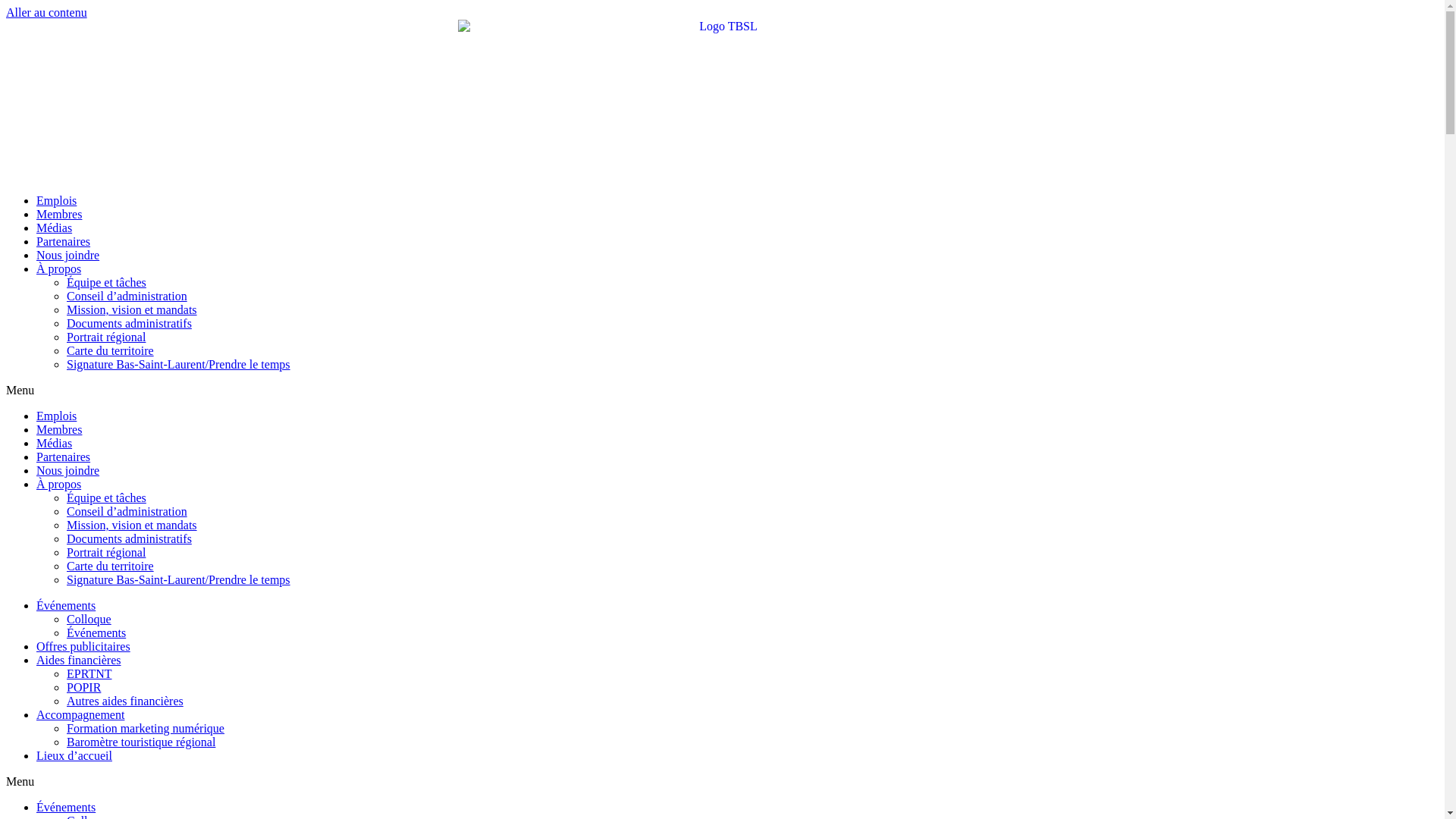 This screenshot has width=1456, height=819. What do you see at coordinates (129, 538) in the screenshot?
I see `'Documents administratifs'` at bounding box center [129, 538].